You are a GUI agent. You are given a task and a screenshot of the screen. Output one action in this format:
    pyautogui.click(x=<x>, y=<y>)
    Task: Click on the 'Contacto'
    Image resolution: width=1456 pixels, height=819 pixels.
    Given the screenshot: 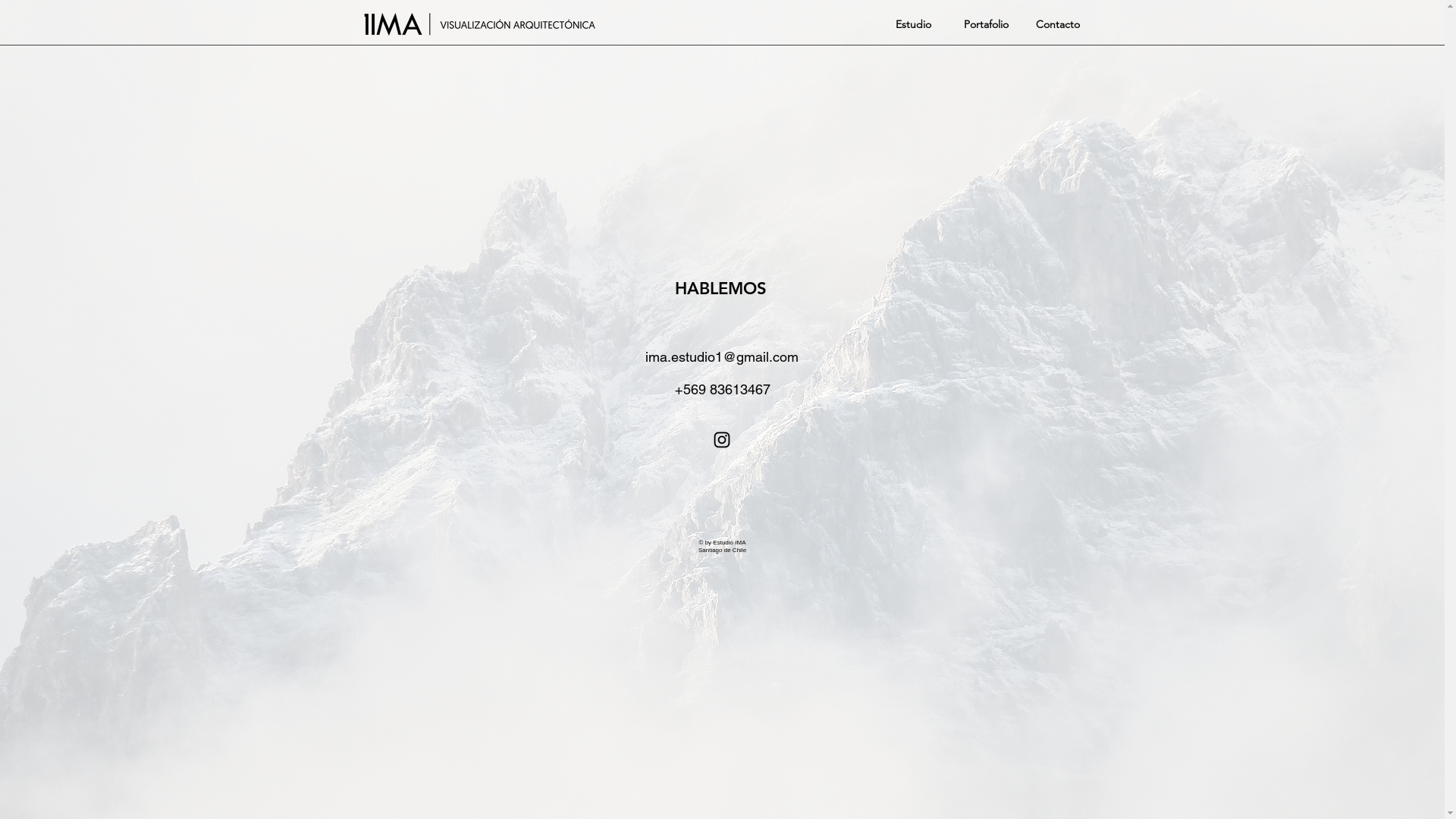 What is the action you would take?
    pyautogui.click(x=1035, y=24)
    